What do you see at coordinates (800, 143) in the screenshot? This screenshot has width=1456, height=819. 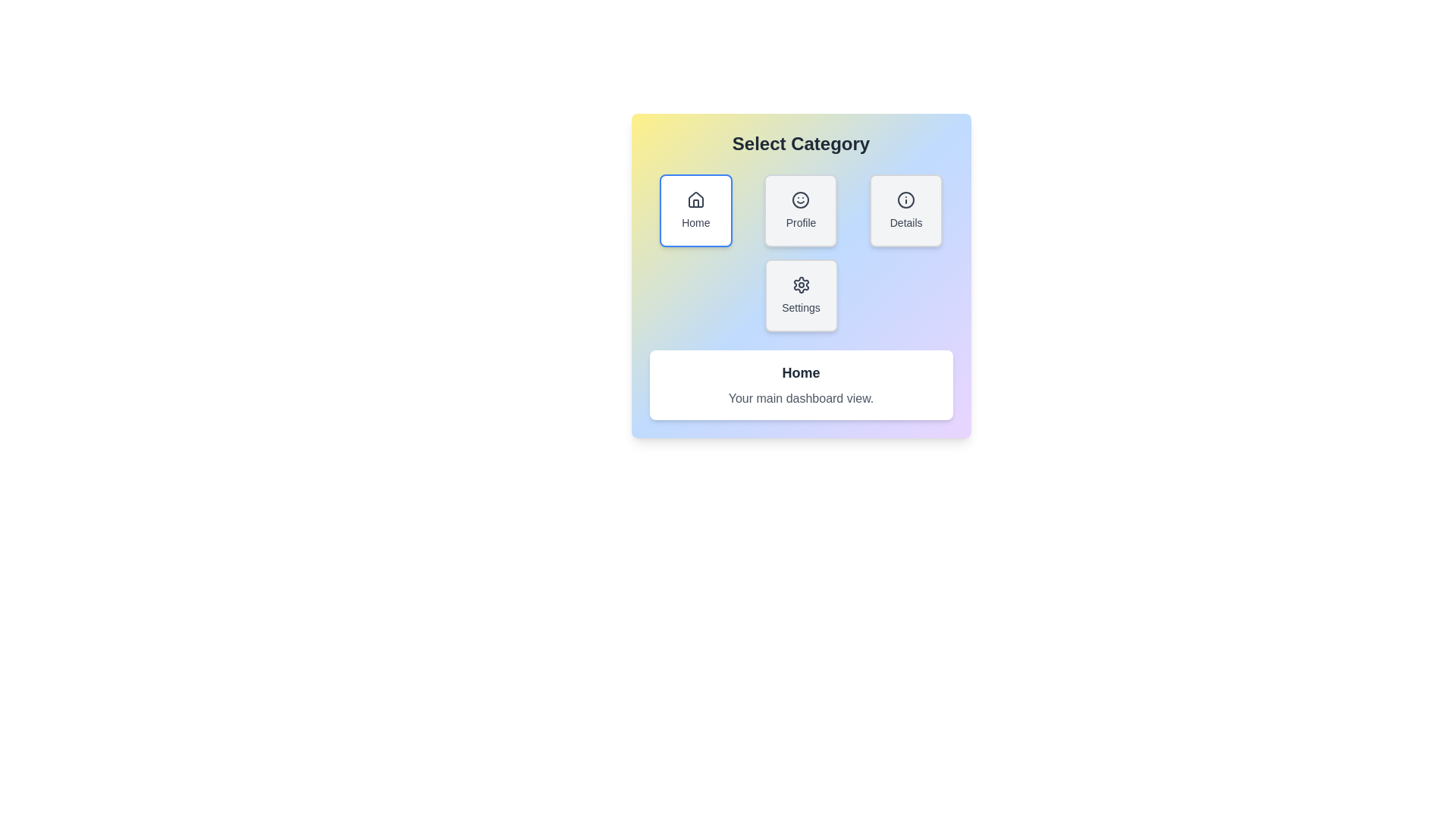 I see `the 'Select Category' text element, which is bold and large, centered at the top of a card-like component with a gradient background` at bounding box center [800, 143].